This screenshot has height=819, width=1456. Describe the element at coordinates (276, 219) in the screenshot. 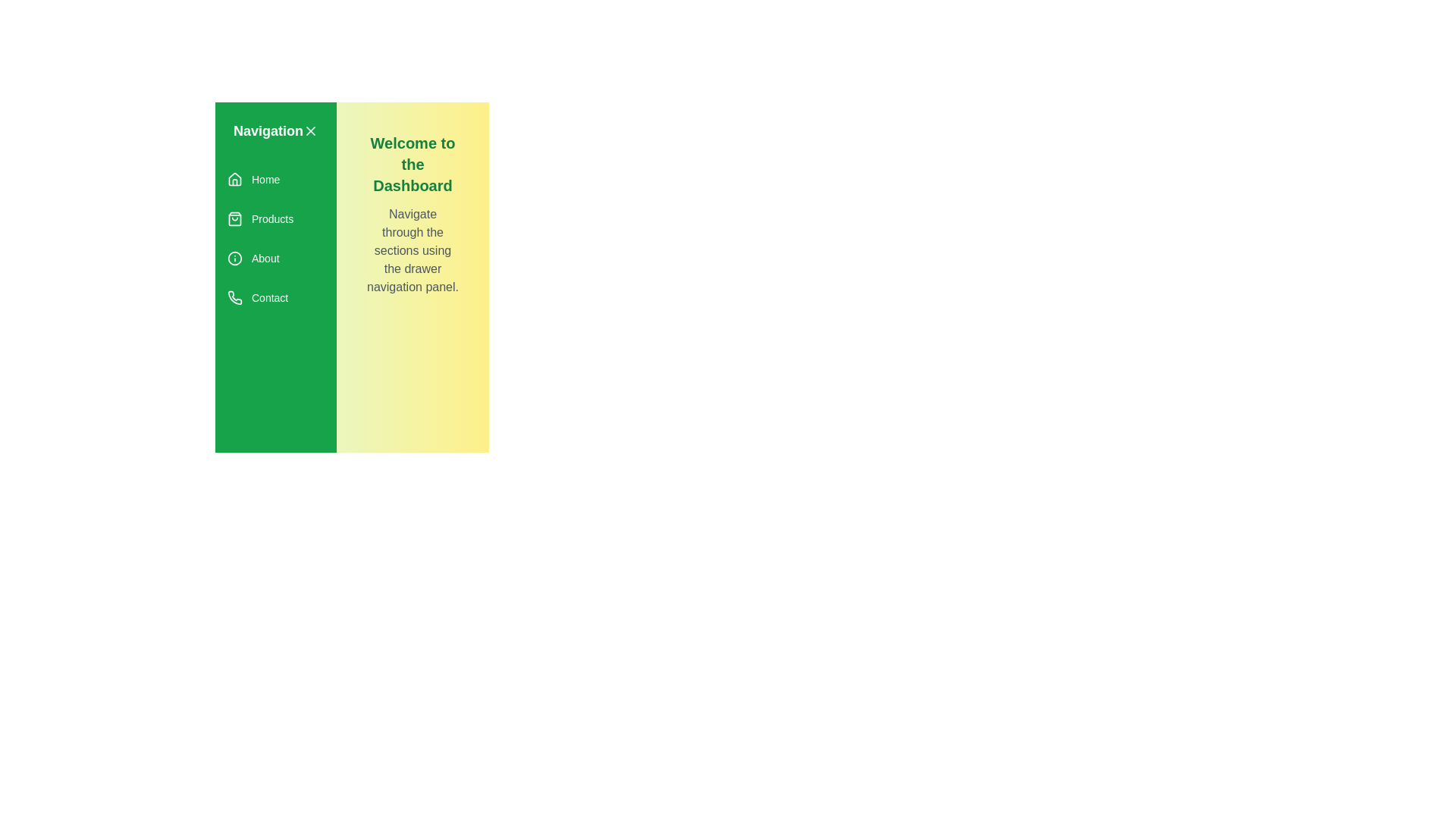

I see `the menu item Products to navigate to the corresponding section` at that location.